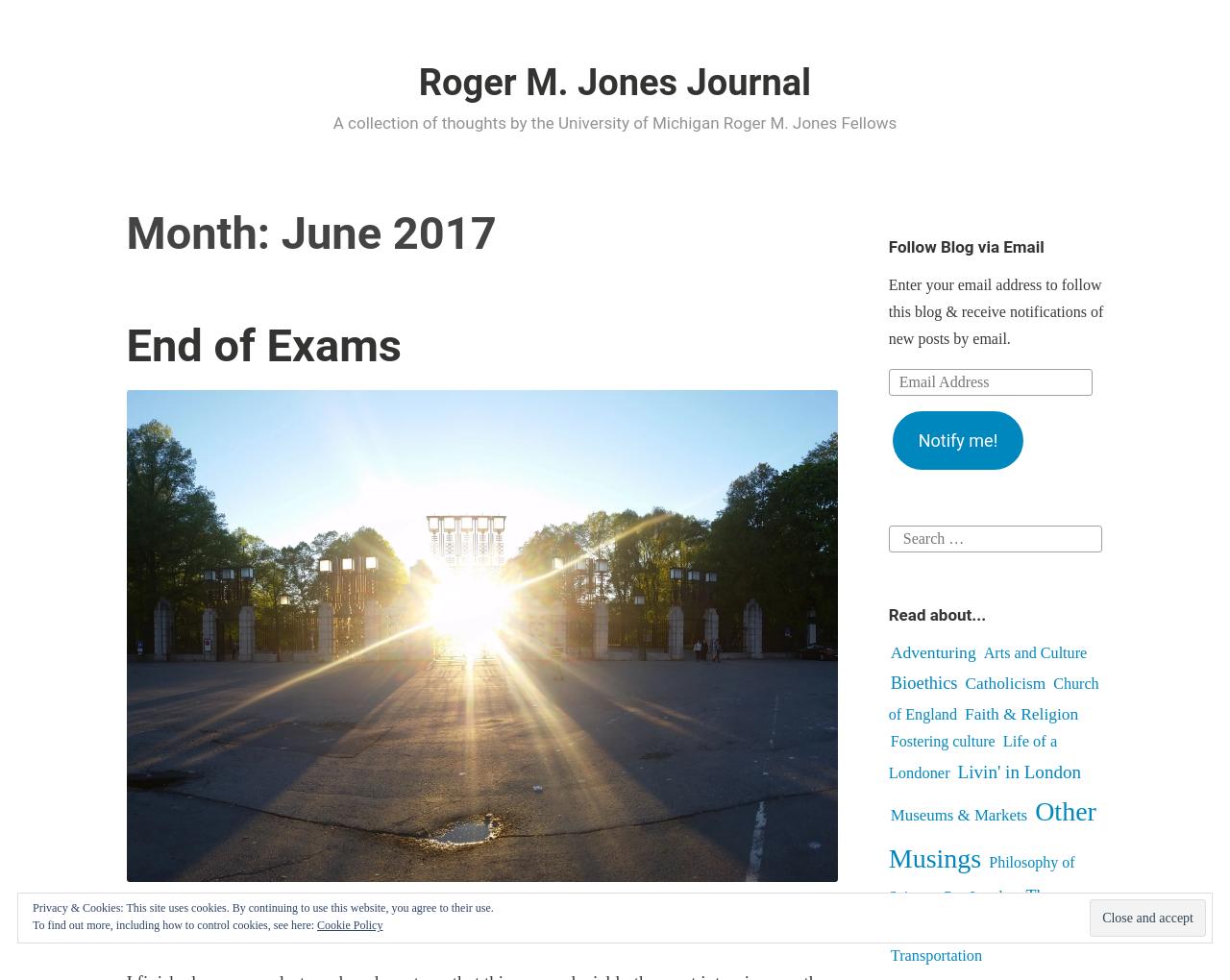 This screenshot has width=1230, height=980. I want to click on 'Museums & Markets', so click(958, 815).